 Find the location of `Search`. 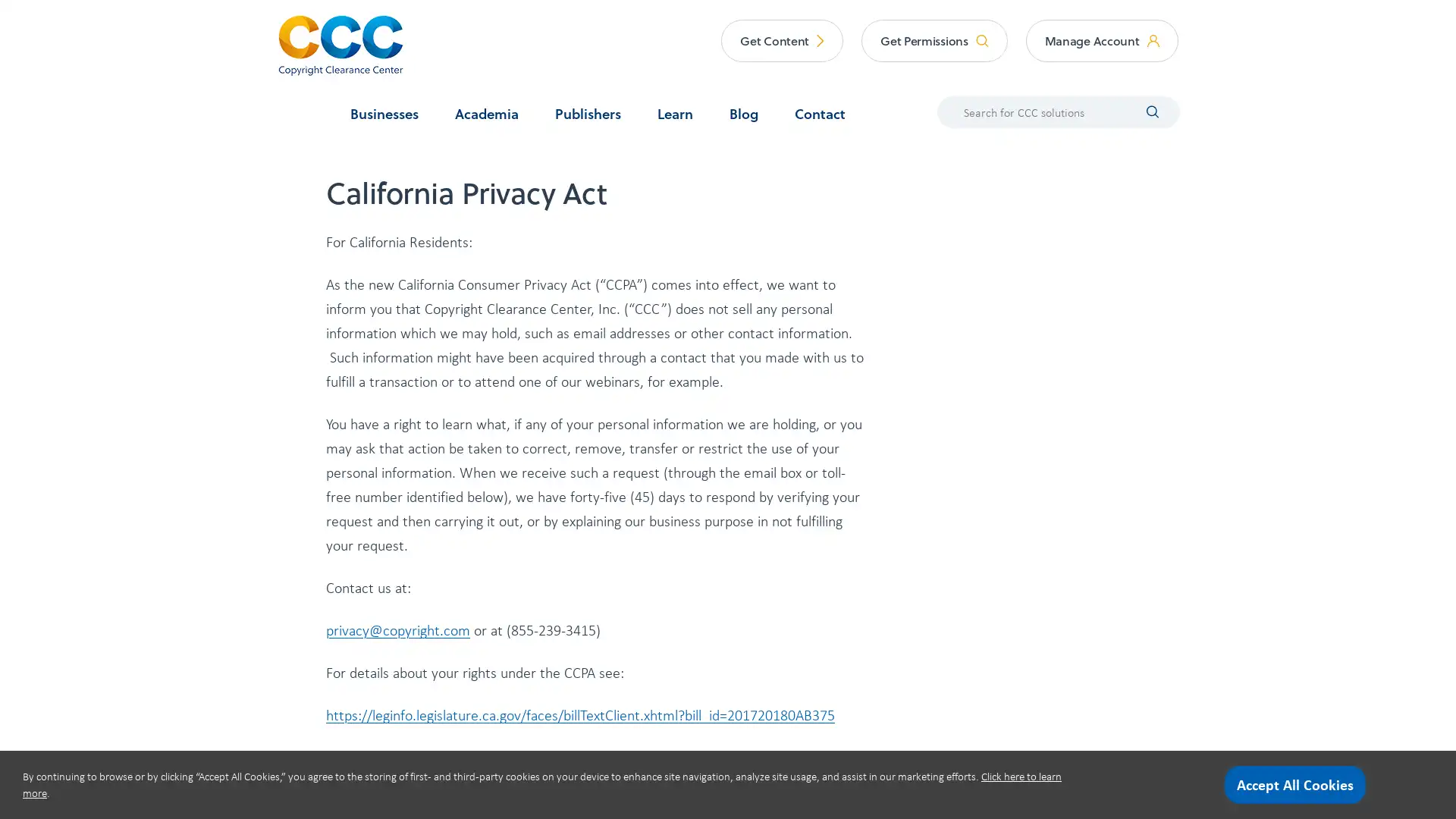

Search is located at coordinates (1142, 110).